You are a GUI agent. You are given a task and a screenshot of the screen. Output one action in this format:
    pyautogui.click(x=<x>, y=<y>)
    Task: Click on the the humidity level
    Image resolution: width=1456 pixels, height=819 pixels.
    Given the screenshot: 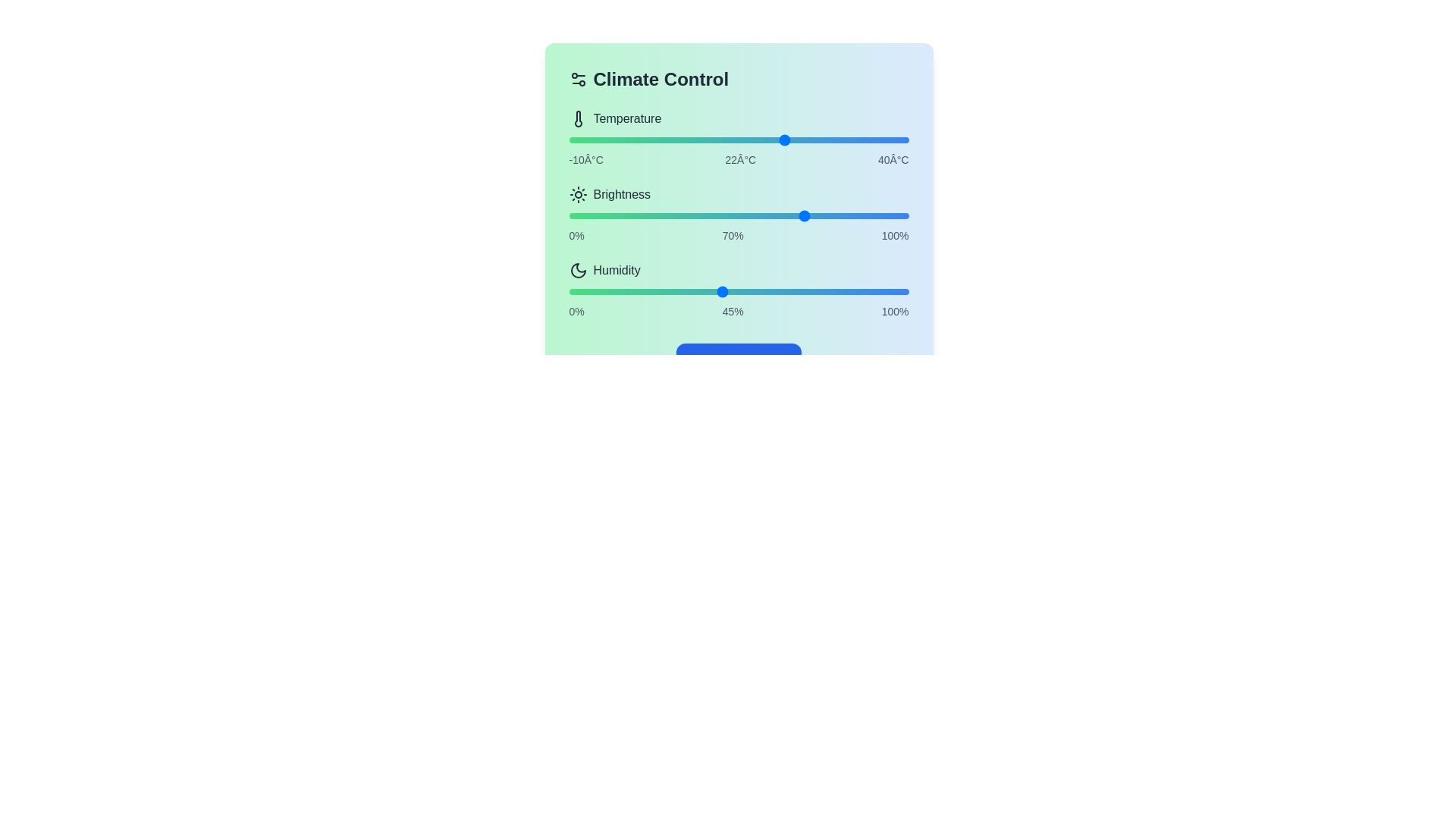 What is the action you would take?
    pyautogui.click(x=780, y=292)
    